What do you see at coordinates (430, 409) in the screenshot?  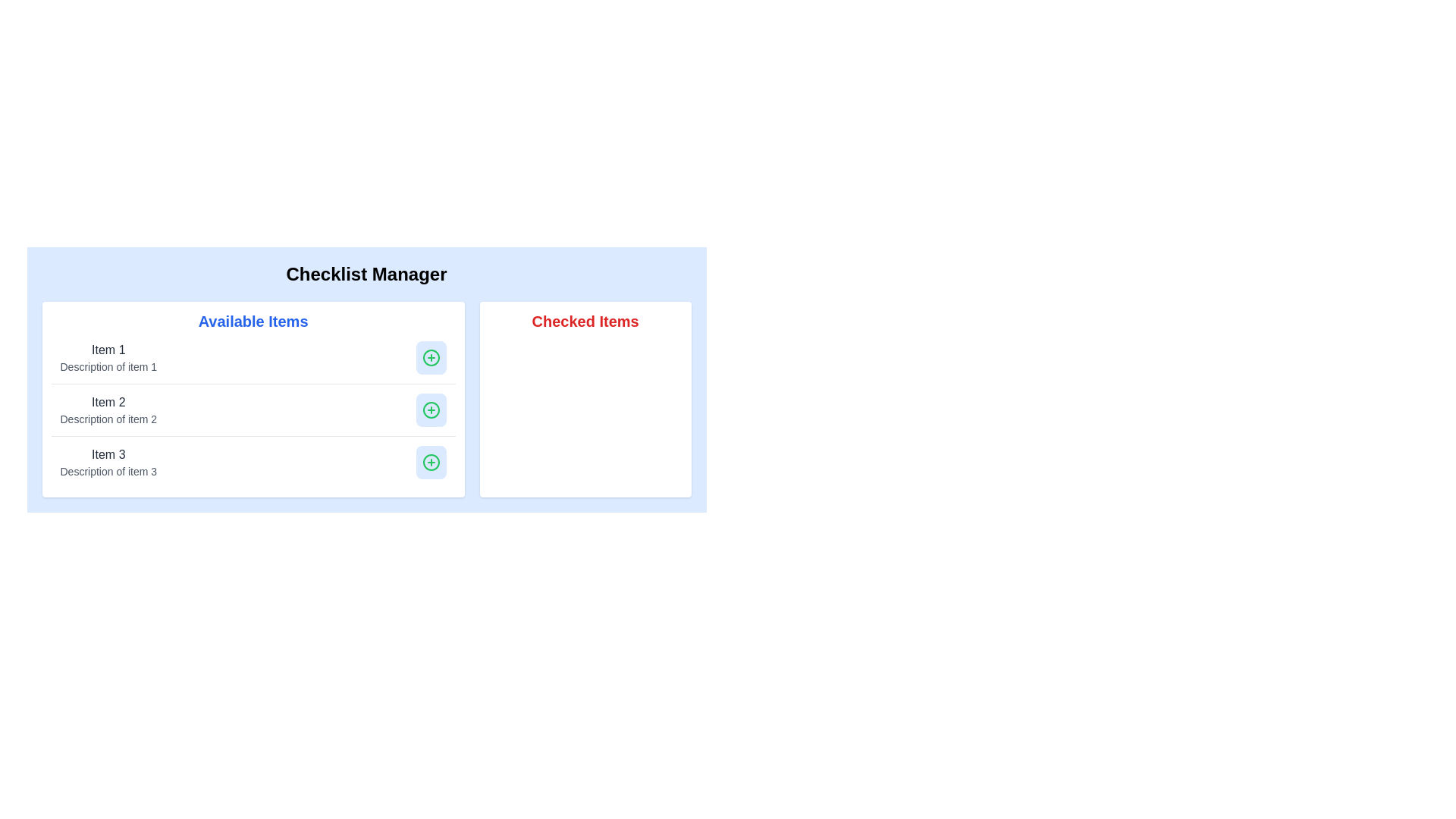 I see `the green circle with a plus sign button in the 'Available Items' section, located to the right of 'Item 3 Description of item 3'` at bounding box center [430, 409].